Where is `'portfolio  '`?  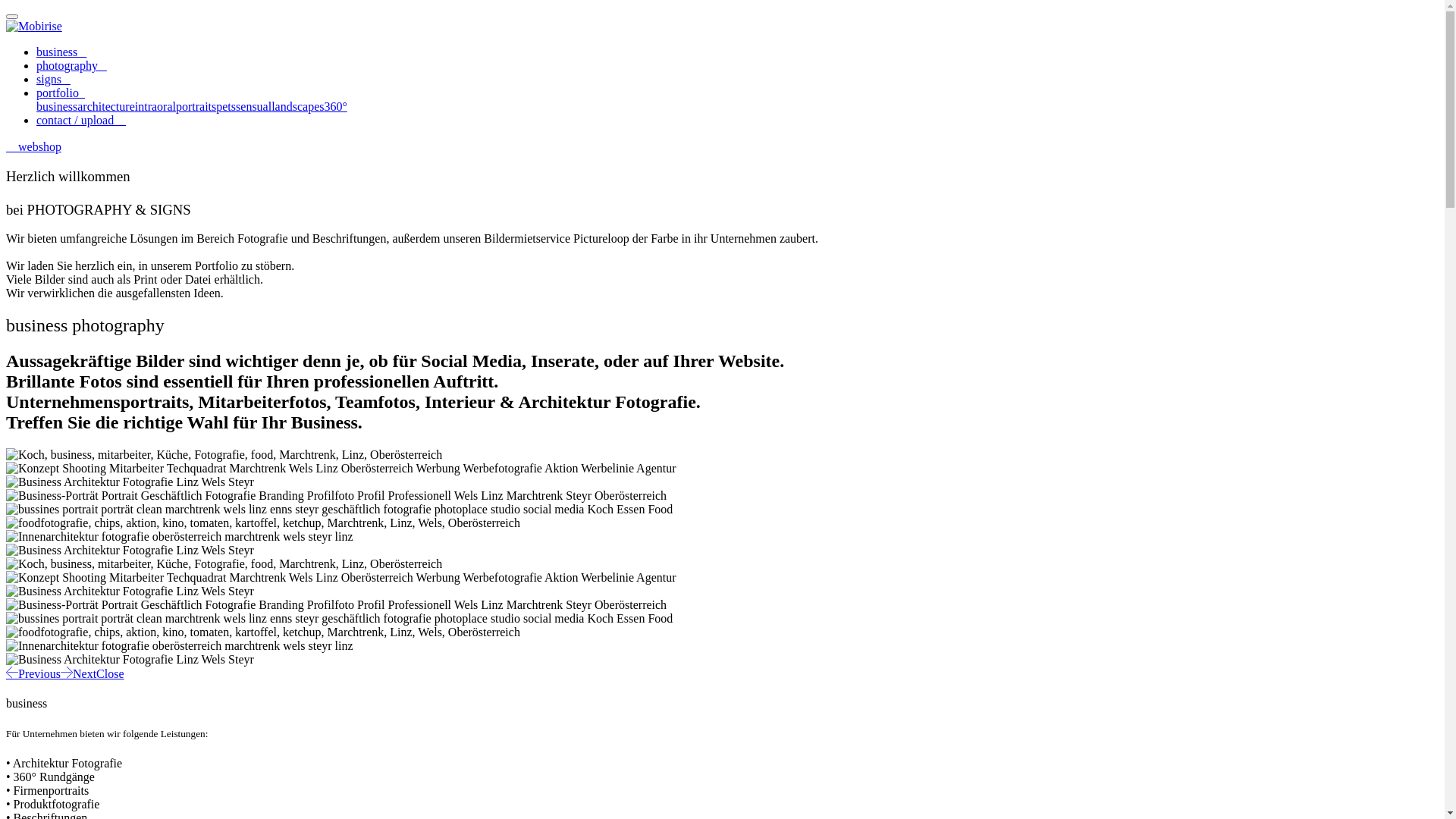
'portfolio  ' is located at coordinates (61, 93).